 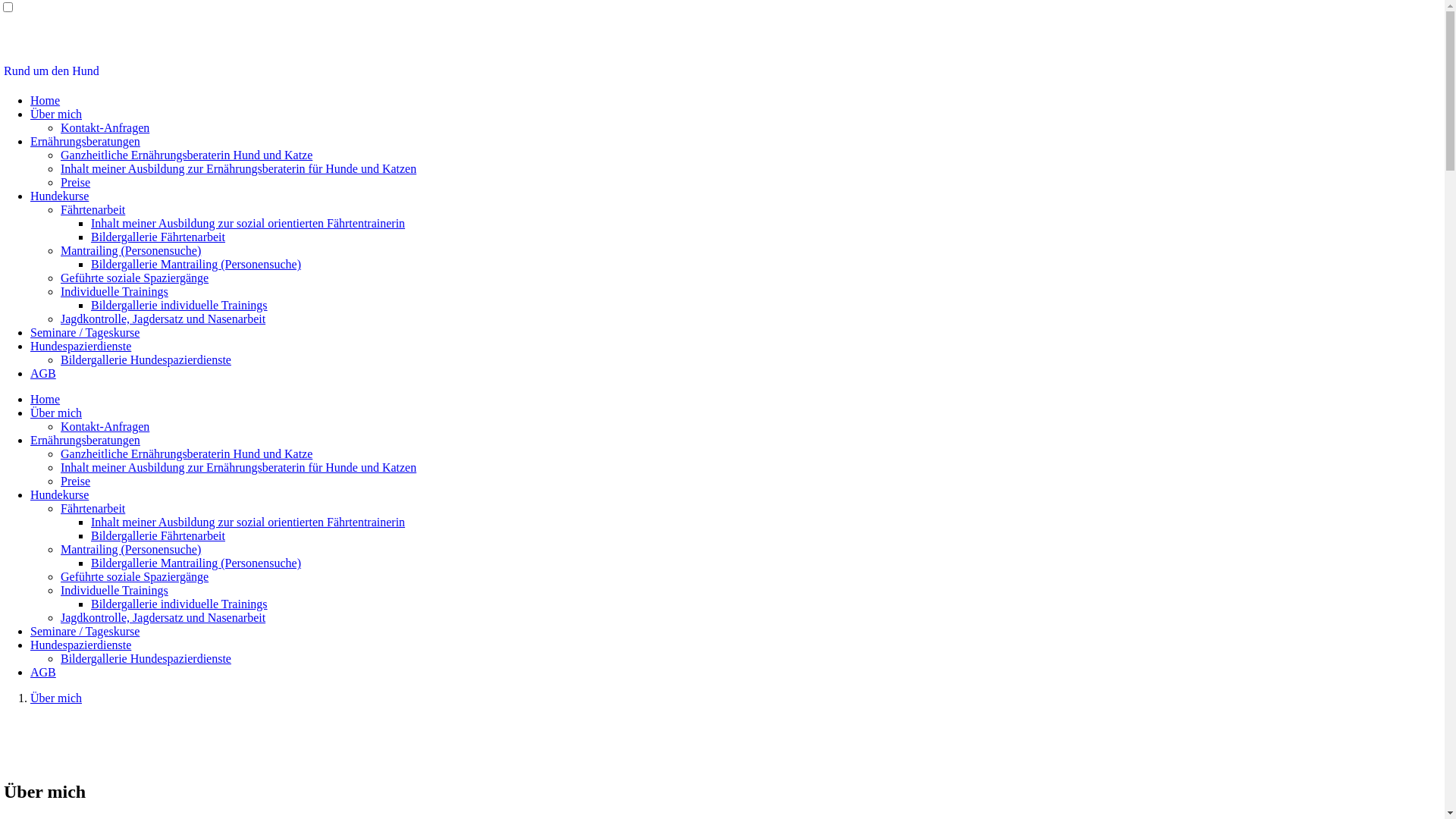 I want to click on 'Hundespazierdienste', so click(x=80, y=346).